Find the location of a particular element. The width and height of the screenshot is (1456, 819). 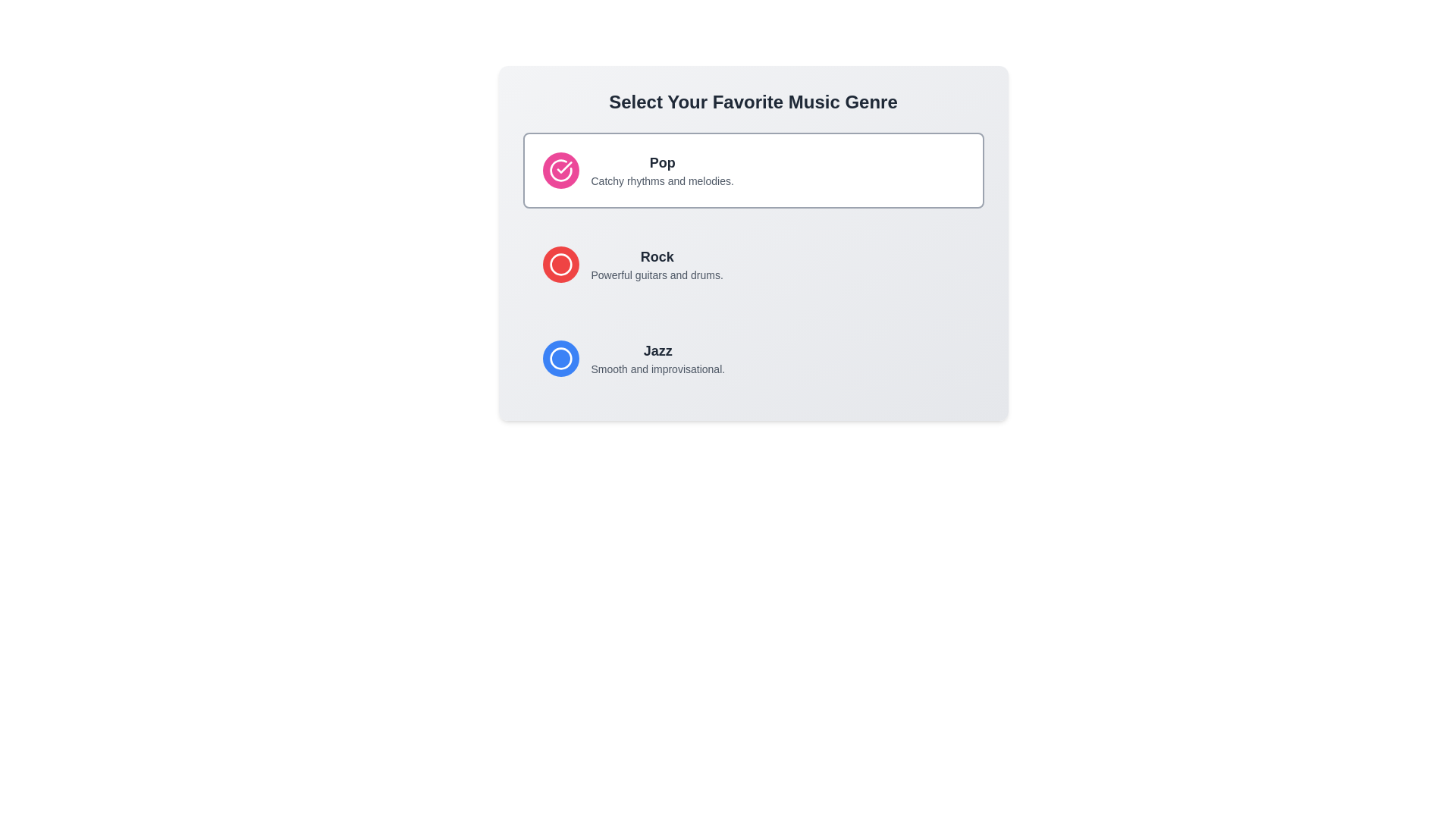

the text block displaying 'Pop' and 'Catchy rhythms and melodies.' which is located at the top of a vertically stacked list within a music genre selection card is located at coordinates (662, 170).